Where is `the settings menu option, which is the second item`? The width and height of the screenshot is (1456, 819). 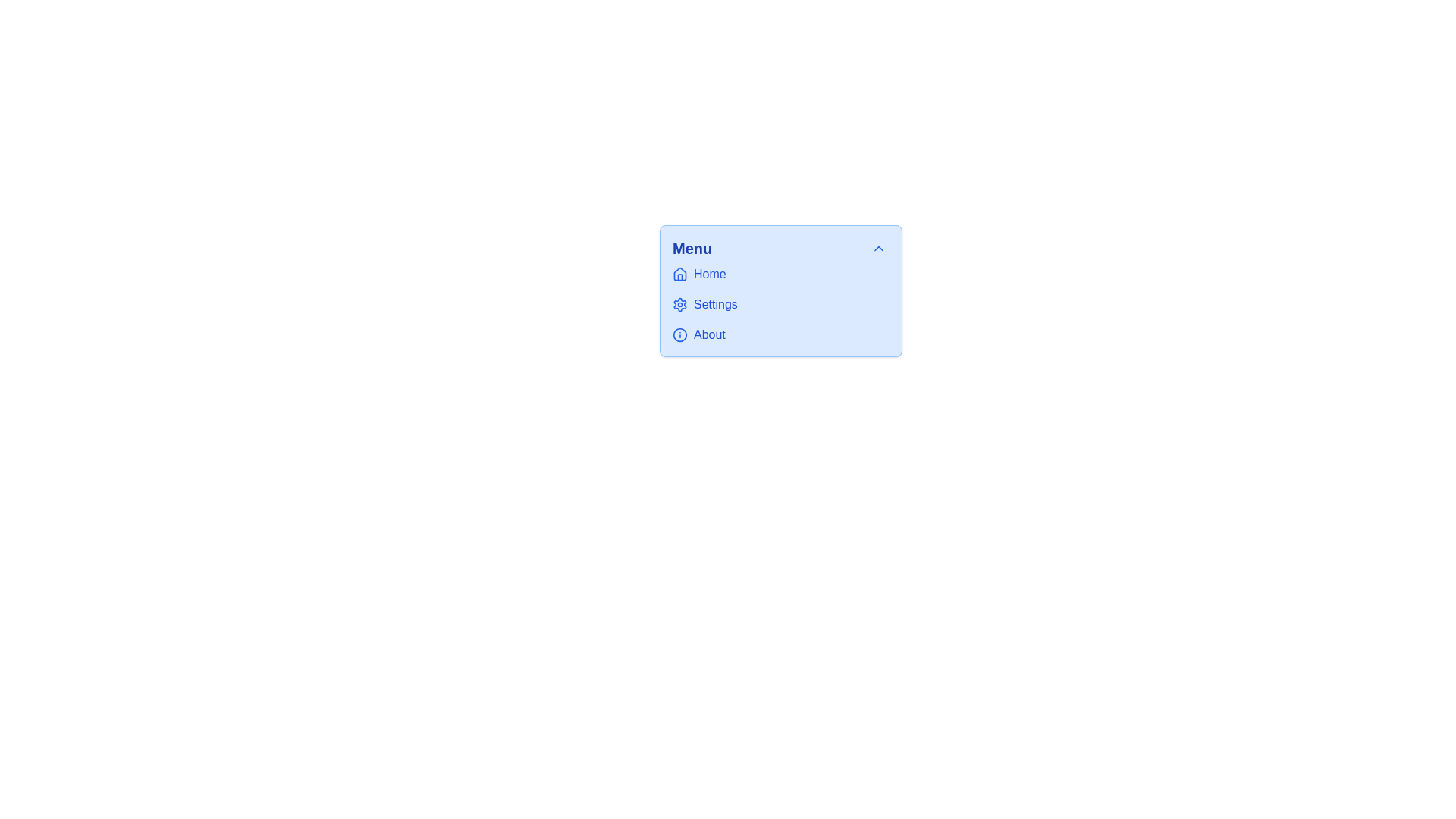 the settings menu option, which is the second item is located at coordinates (781, 304).